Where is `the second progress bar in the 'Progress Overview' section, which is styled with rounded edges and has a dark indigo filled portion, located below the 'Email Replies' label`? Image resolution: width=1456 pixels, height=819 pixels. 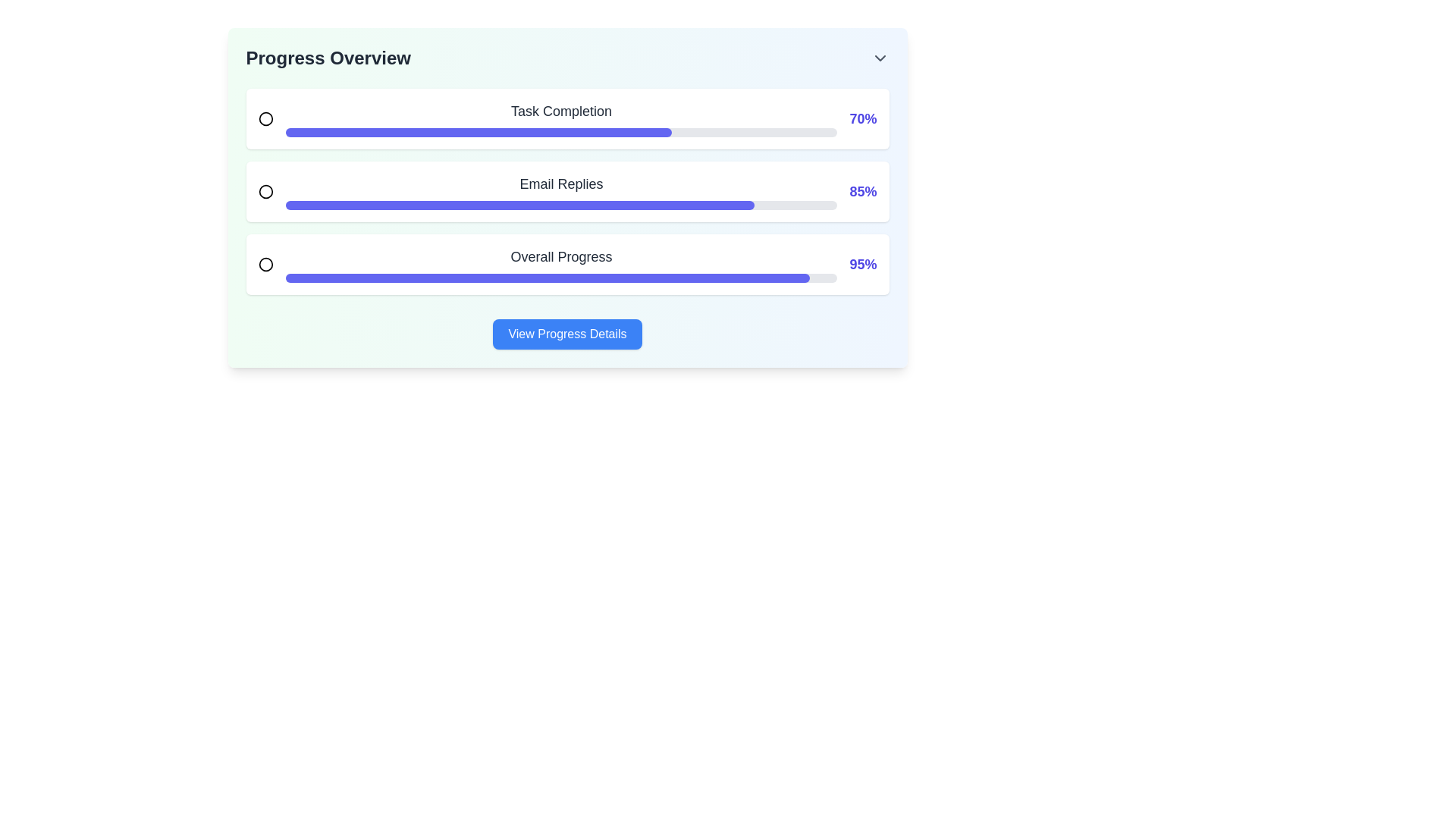 the second progress bar in the 'Progress Overview' section, which is styled with rounded edges and has a dark indigo filled portion, located below the 'Email Replies' label is located at coordinates (560, 205).